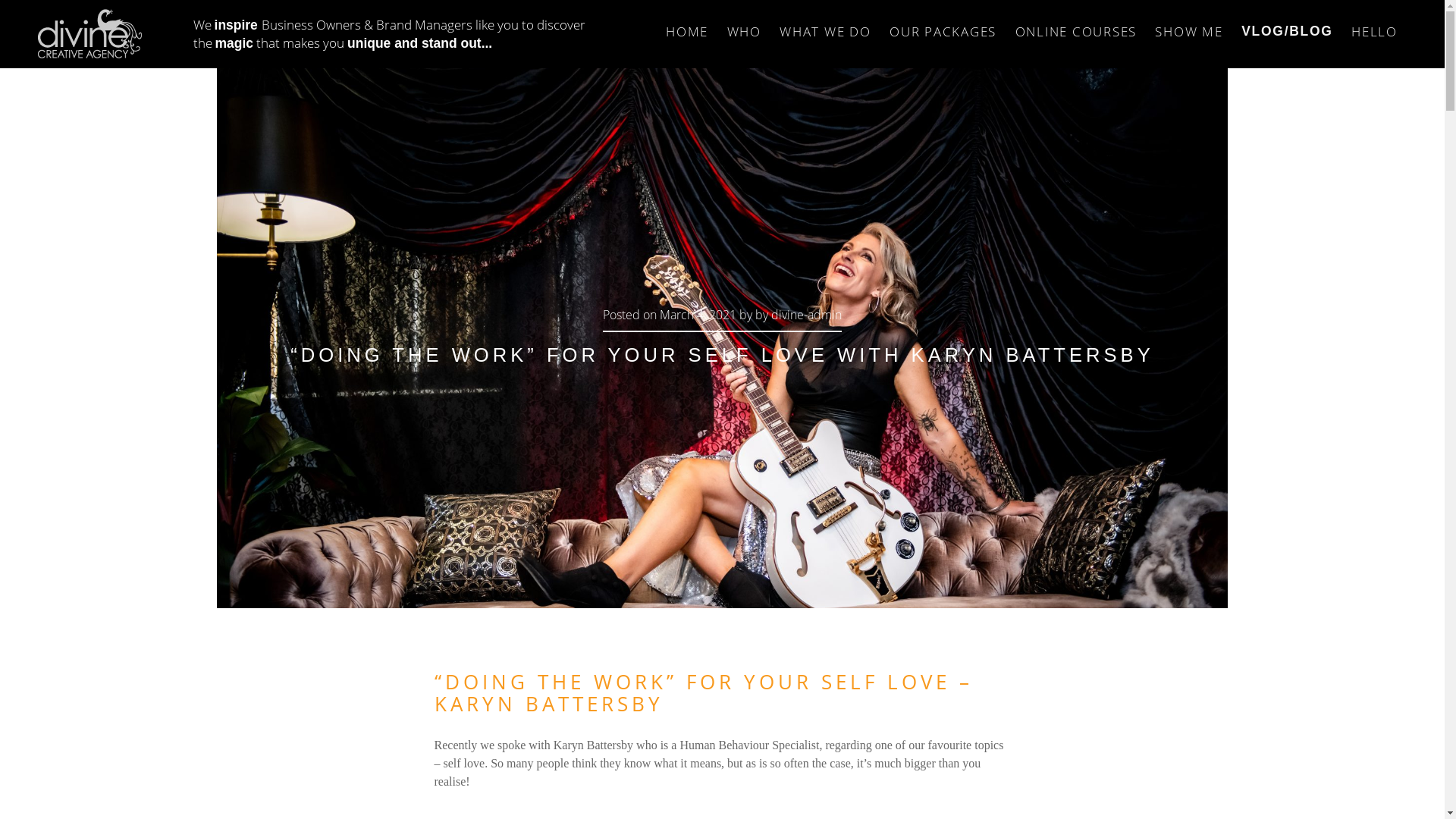  I want to click on 'VLOG/BLOG', so click(1286, 24).